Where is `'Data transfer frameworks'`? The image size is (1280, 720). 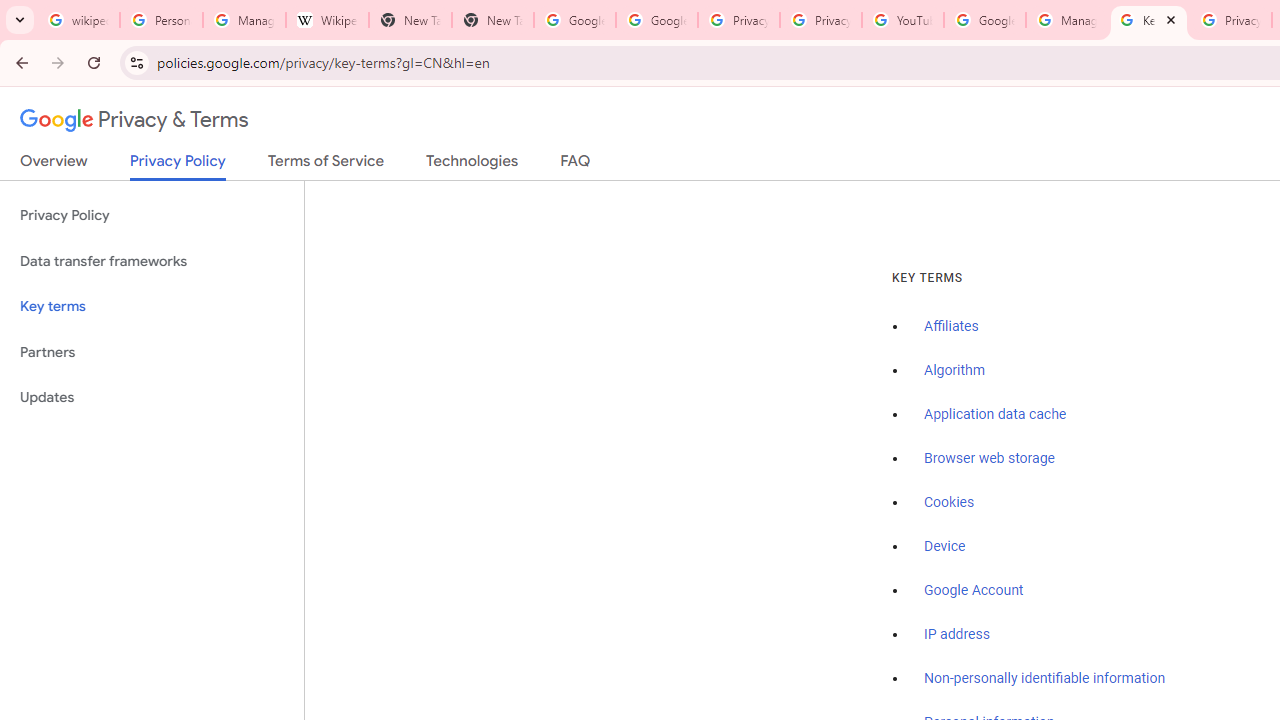 'Data transfer frameworks' is located at coordinates (151, 260).